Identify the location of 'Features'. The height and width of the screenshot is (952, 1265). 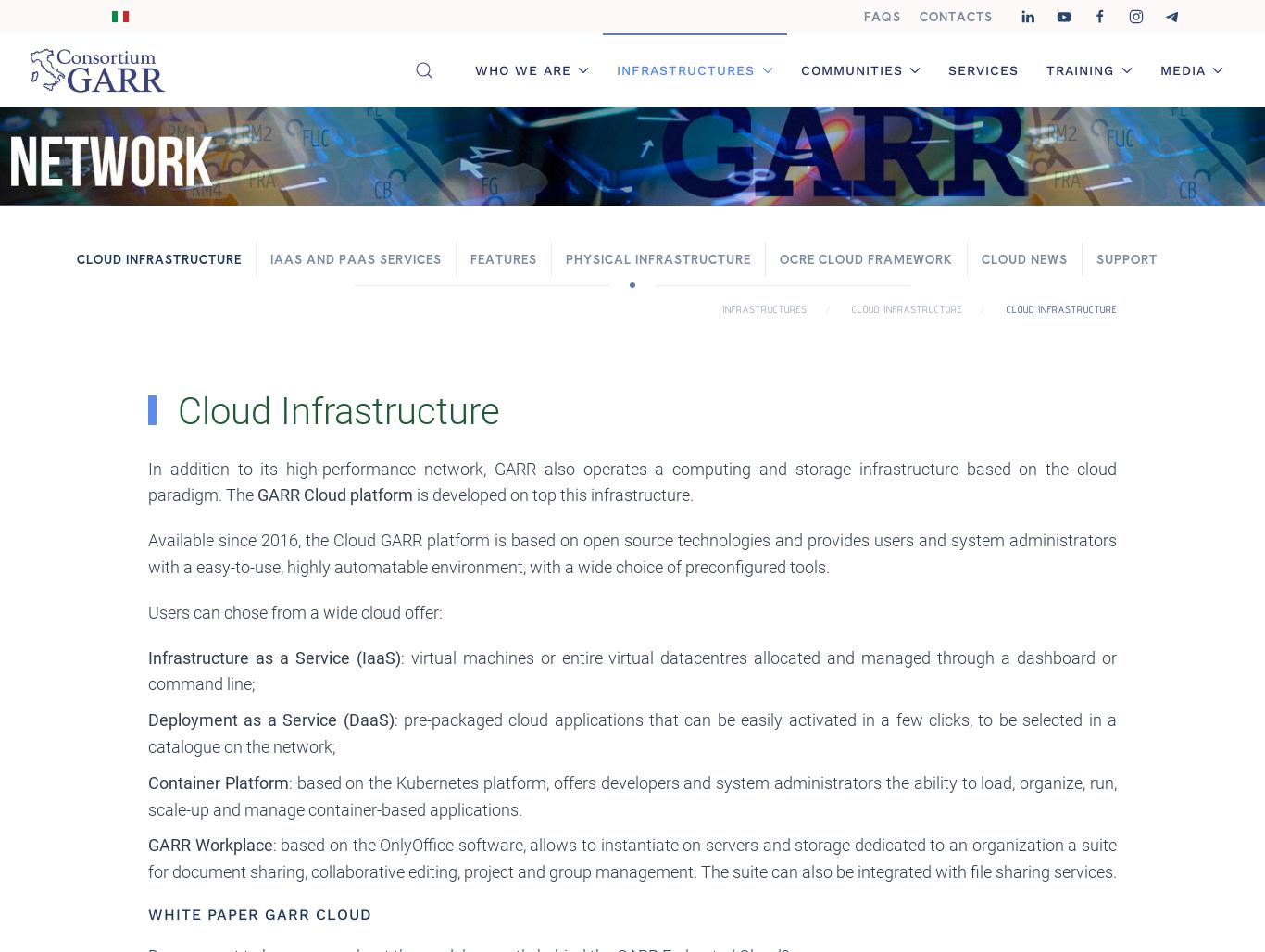
(503, 258).